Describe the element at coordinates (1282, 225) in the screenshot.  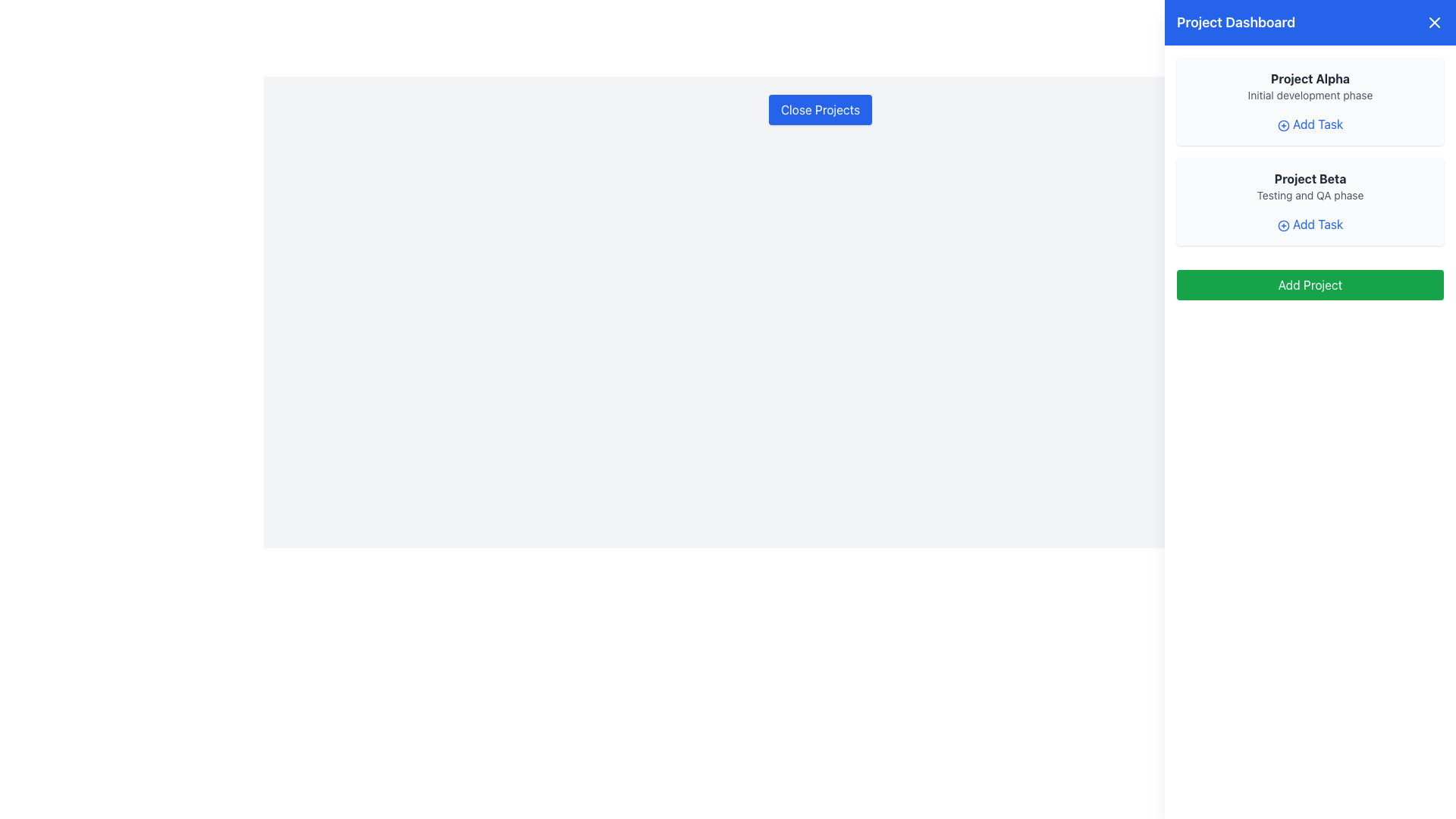
I see `the SVG circle icon located to the left of the 'Add Task' label in the 'Project Beta' section of the sidebar` at that location.